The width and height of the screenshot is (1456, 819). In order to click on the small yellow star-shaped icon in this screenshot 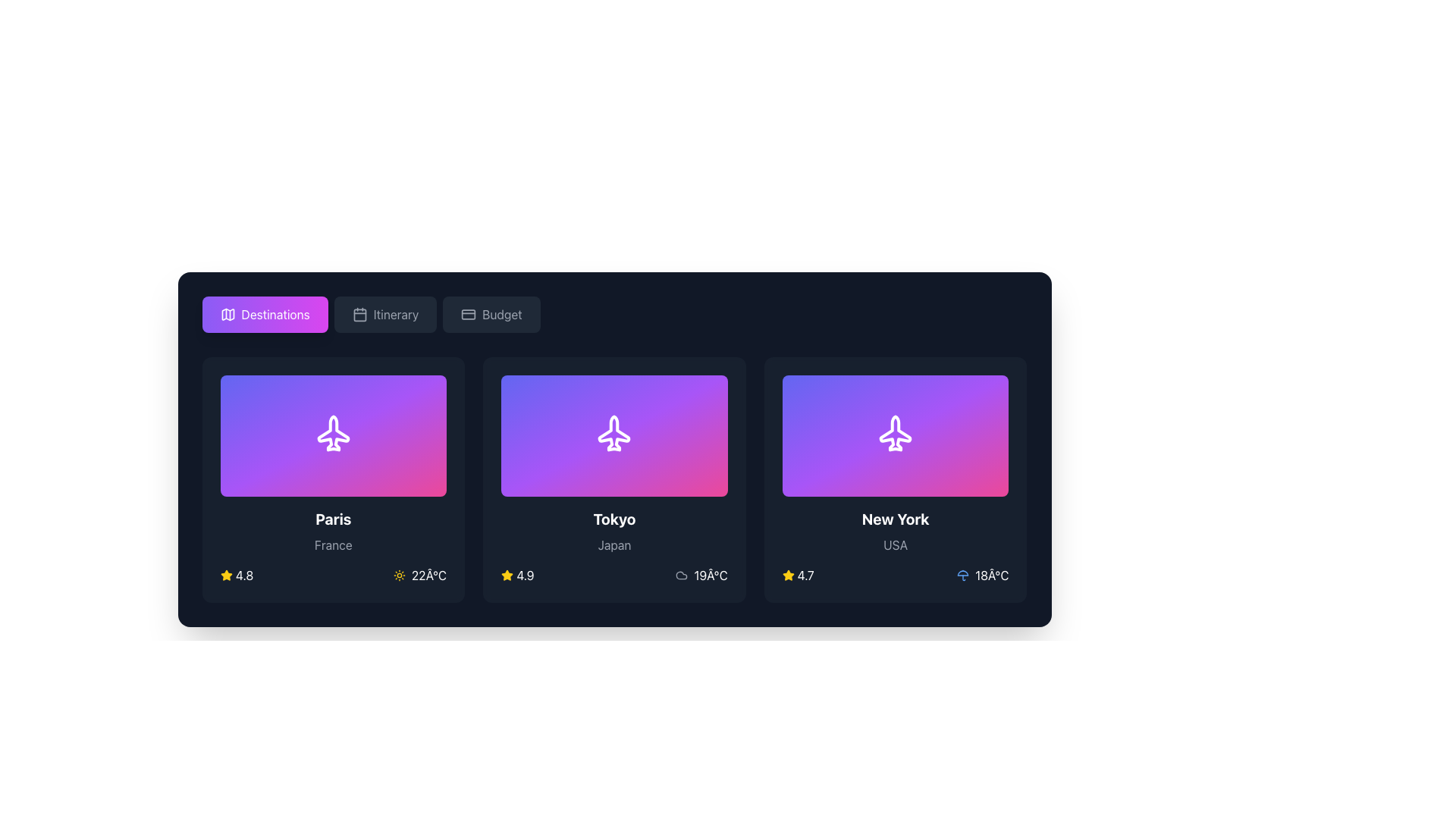, I will do `click(225, 575)`.